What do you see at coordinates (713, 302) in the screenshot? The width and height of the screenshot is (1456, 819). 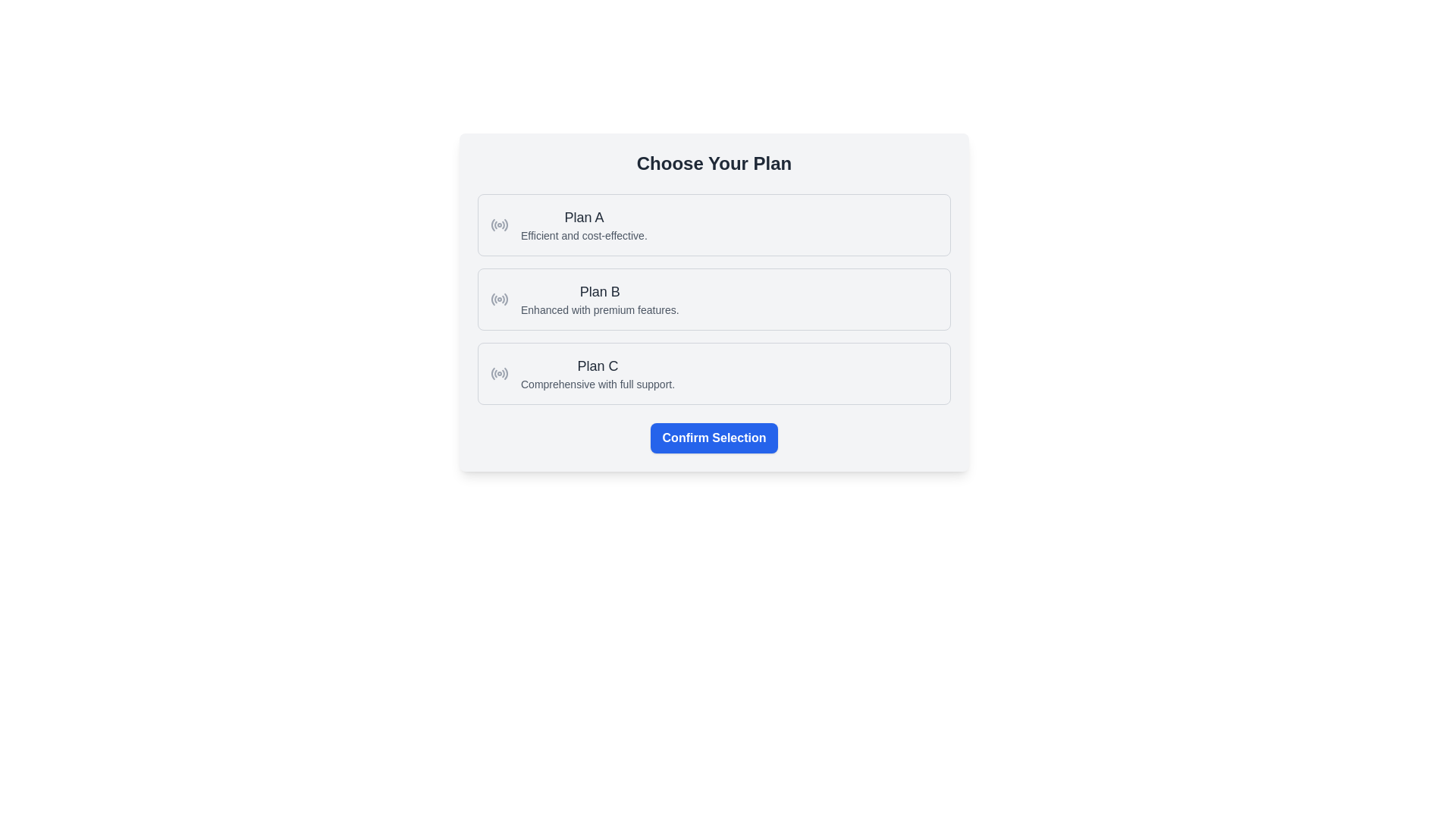 I see `the middle selectable card titled 'Plan B' in the plan selection area of the modal window` at bounding box center [713, 302].